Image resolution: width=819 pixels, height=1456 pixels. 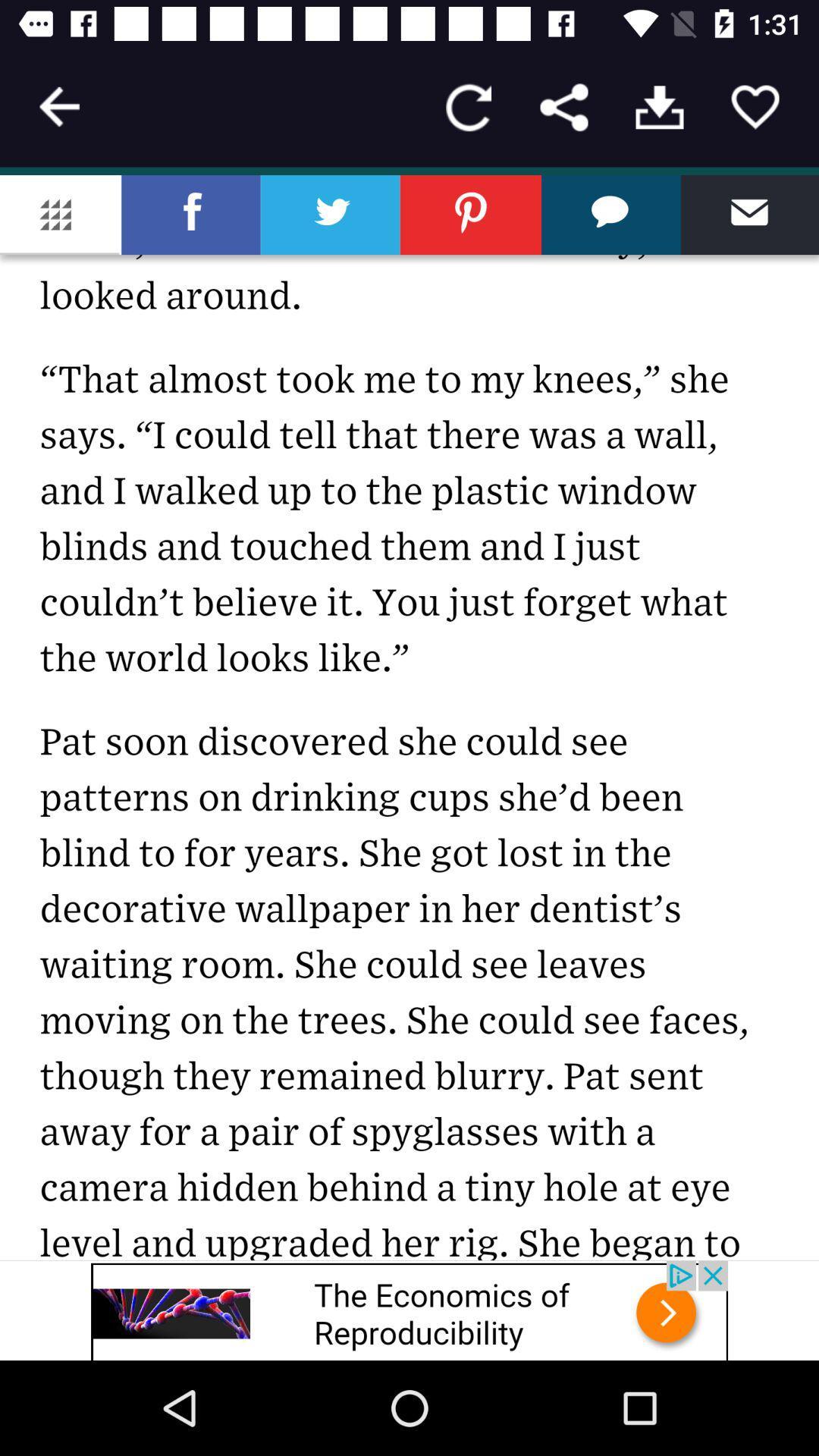 I want to click on forward, so click(x=564, y=106).